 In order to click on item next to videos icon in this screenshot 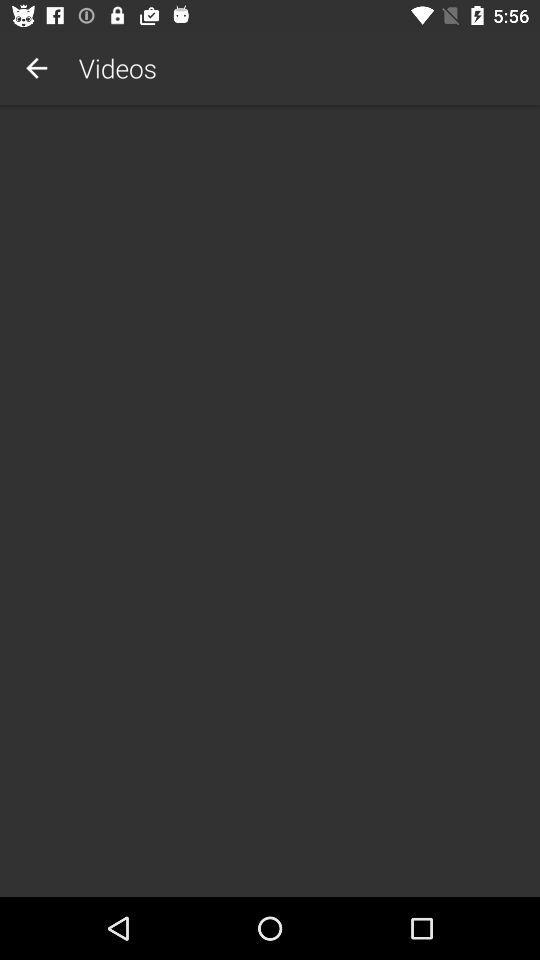, I will do `click(36, 68)`.